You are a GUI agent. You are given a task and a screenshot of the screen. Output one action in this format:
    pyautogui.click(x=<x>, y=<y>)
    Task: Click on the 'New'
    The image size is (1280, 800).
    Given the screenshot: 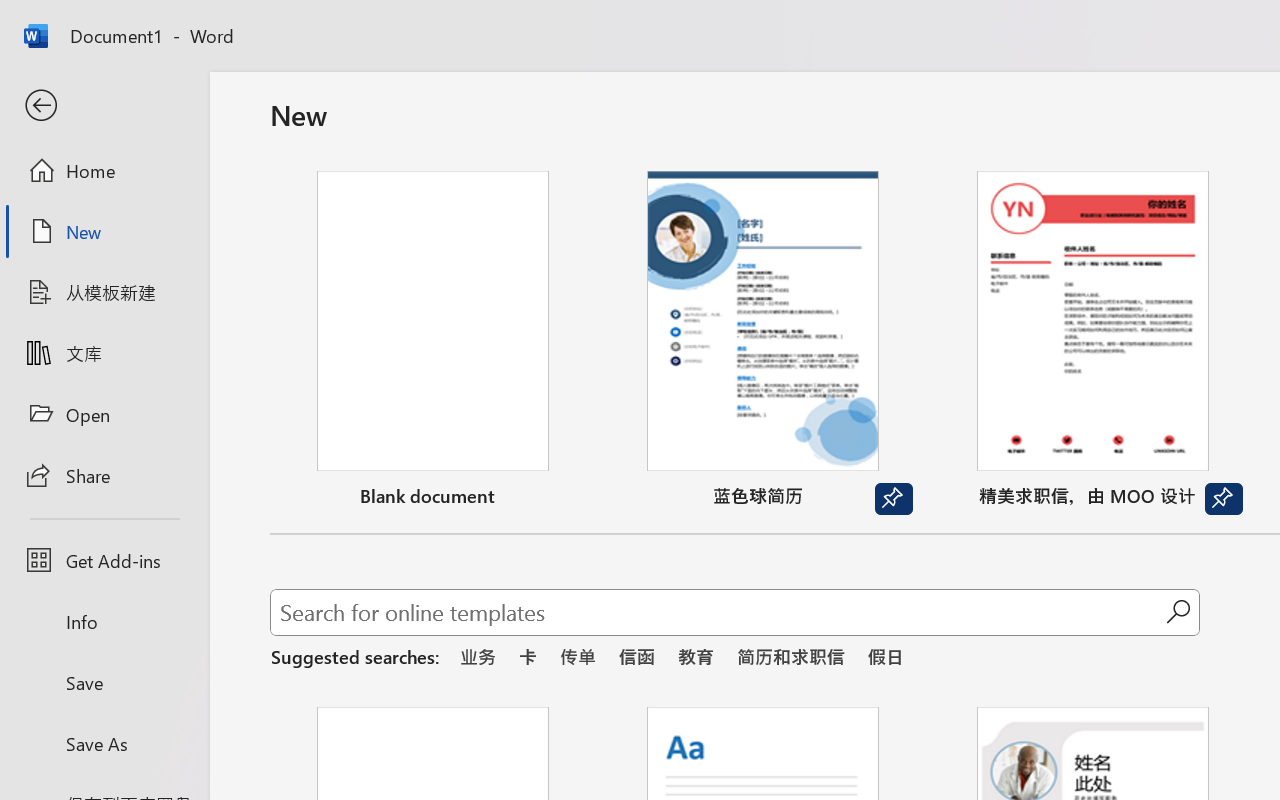 What is the action you would take?
    pyautogui.click(x=103, y=231)
    